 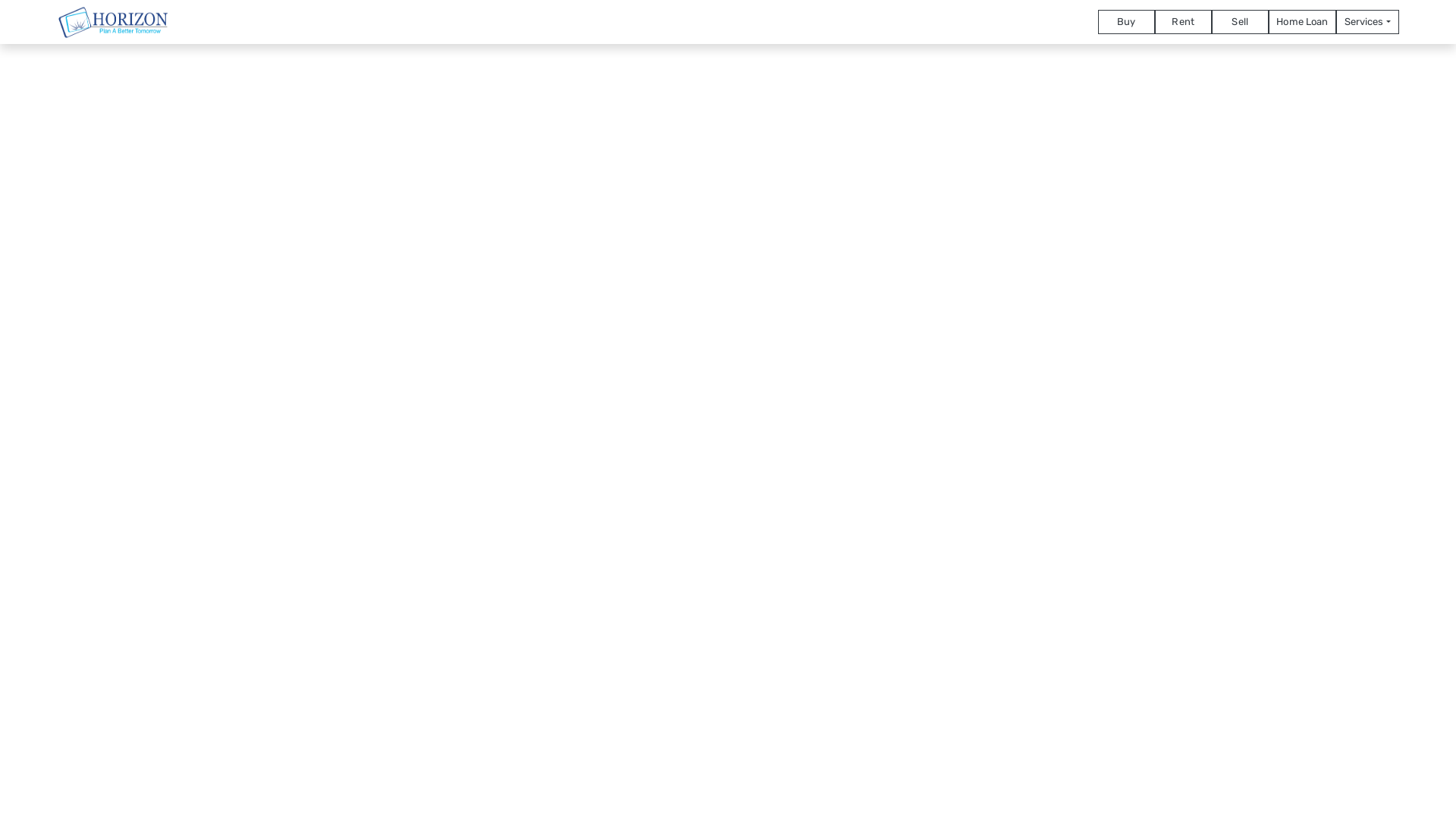 What do you see at coordinates (1153, 21) in the screenshot?
I see `'Rent'` at bounding box center [1153, 21].